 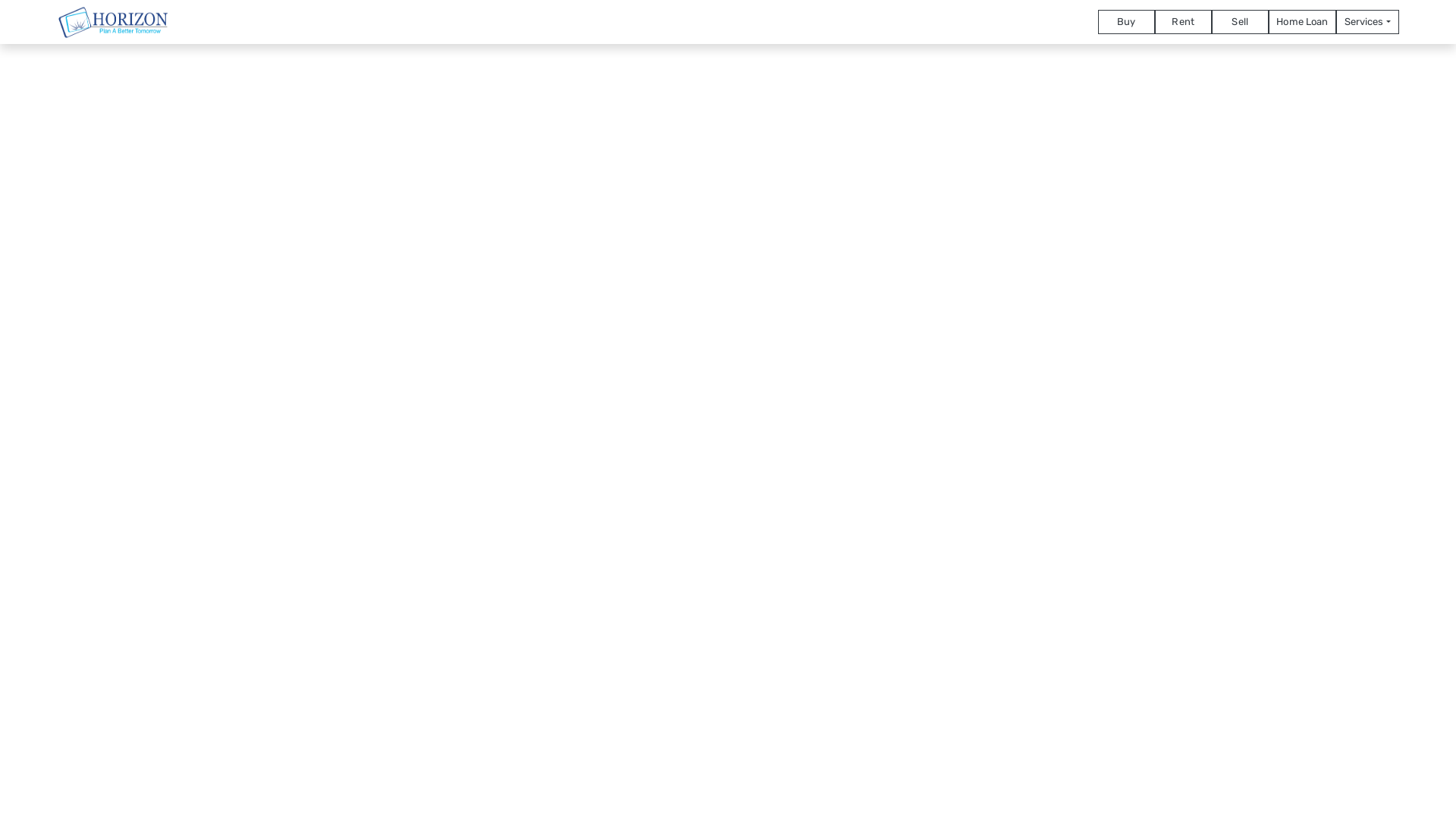 What do you see at coordinates (1153, 21) in the screenshot?
I see `'Rent'` at bounding box center [1153, 21].